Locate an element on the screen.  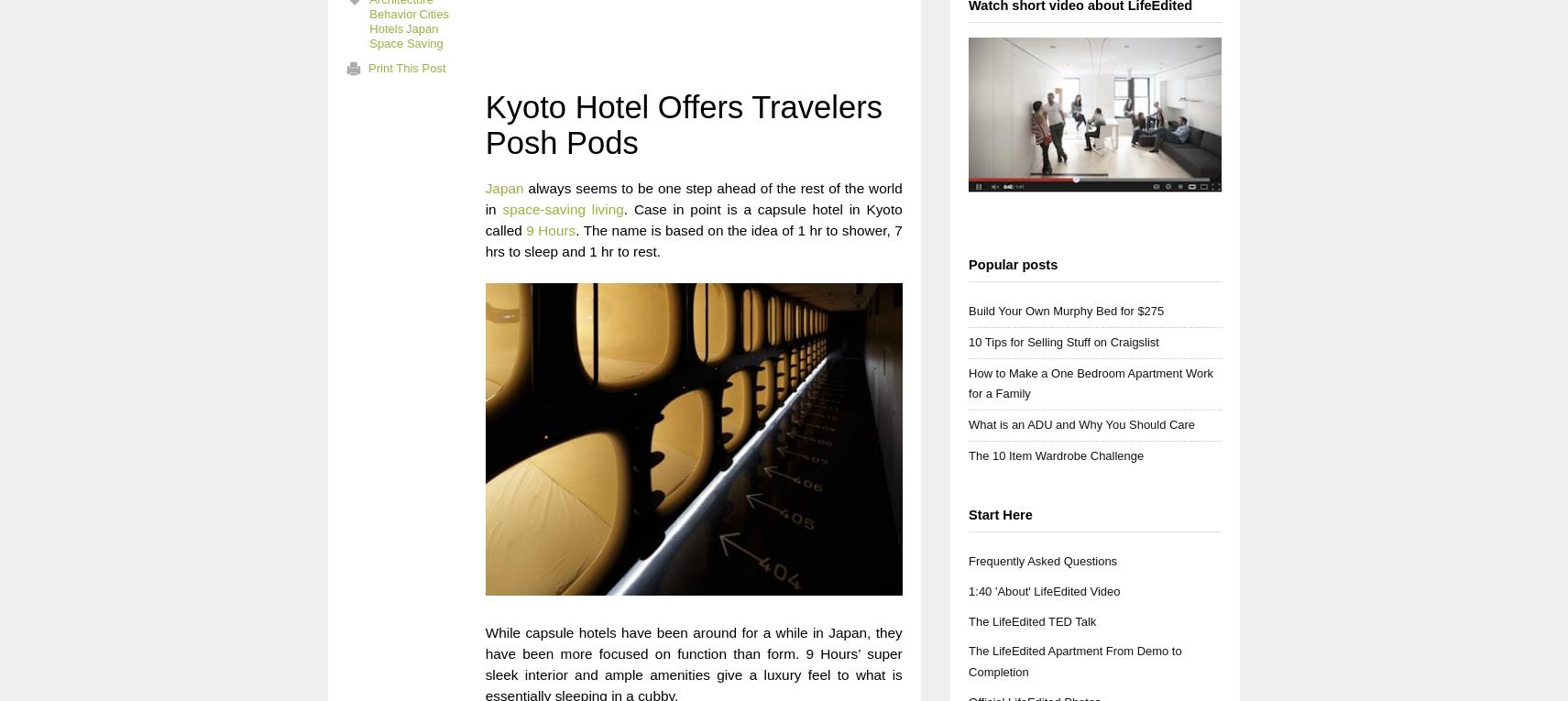
'The 10 Item Wardrobe Challenge' is located at coordinates (1055, 455).